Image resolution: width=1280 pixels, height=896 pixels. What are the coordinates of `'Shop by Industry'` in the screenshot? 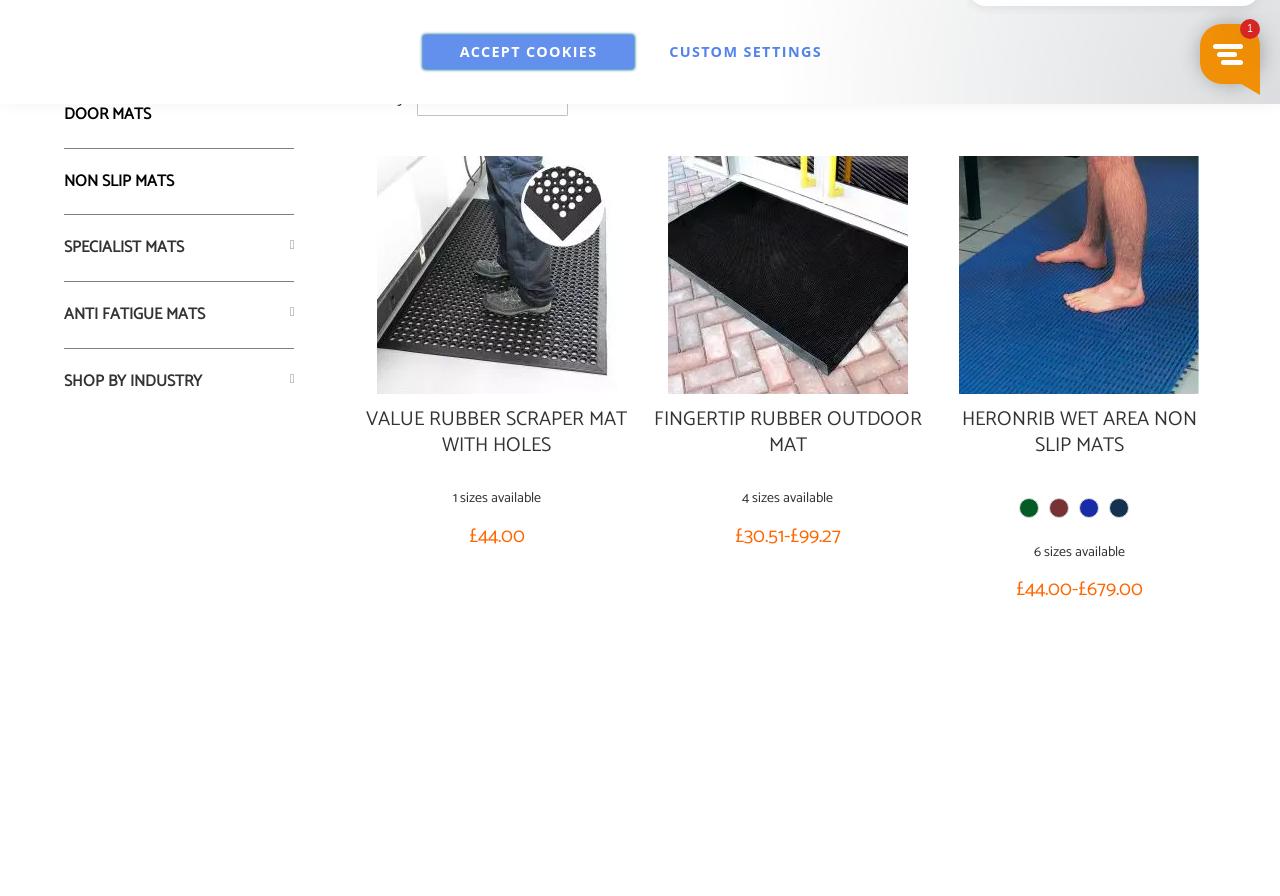 It's located at (131, 380).